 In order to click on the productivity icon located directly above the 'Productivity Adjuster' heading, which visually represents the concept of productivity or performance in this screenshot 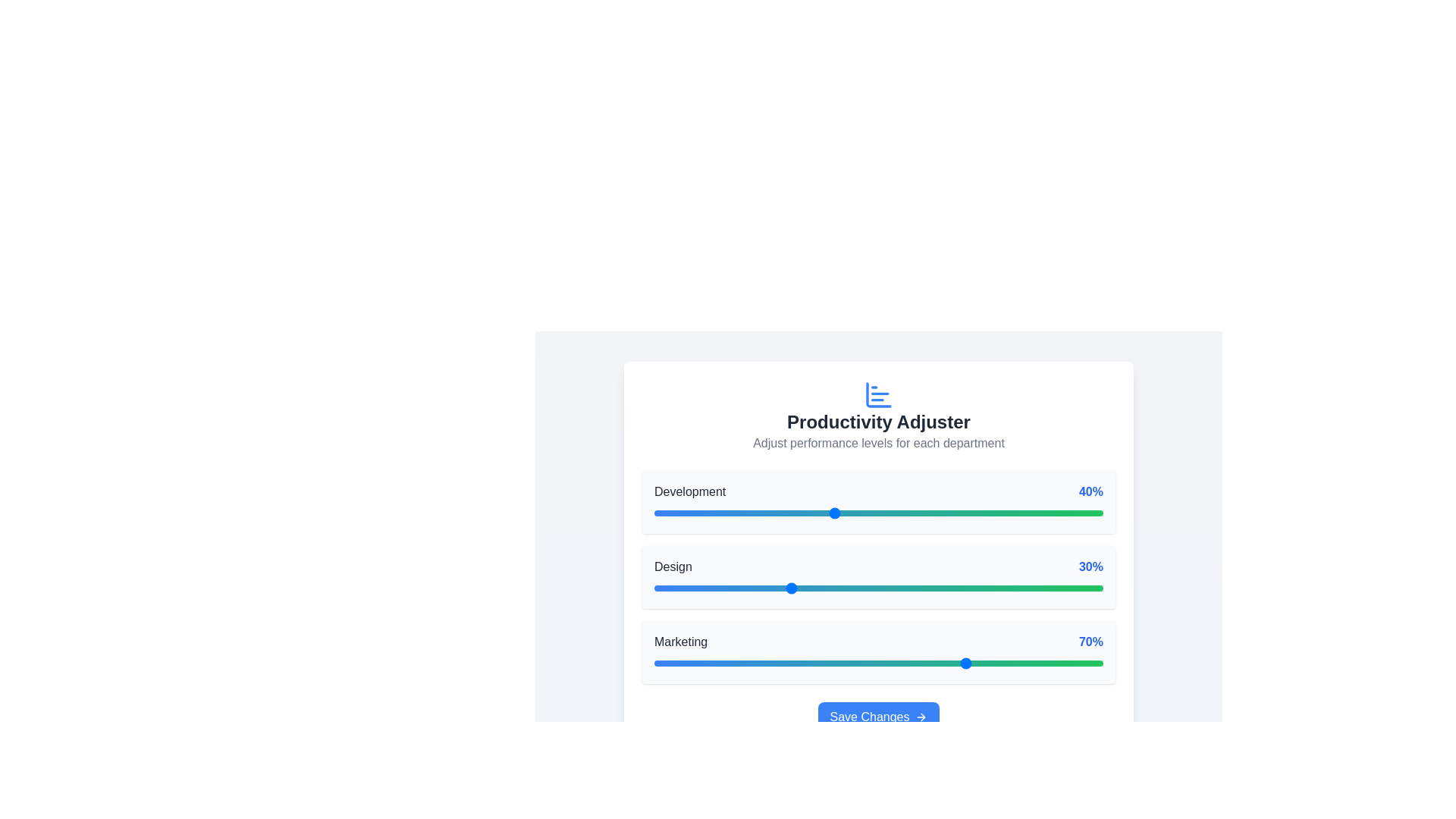, I will do `click(878, 394)`.